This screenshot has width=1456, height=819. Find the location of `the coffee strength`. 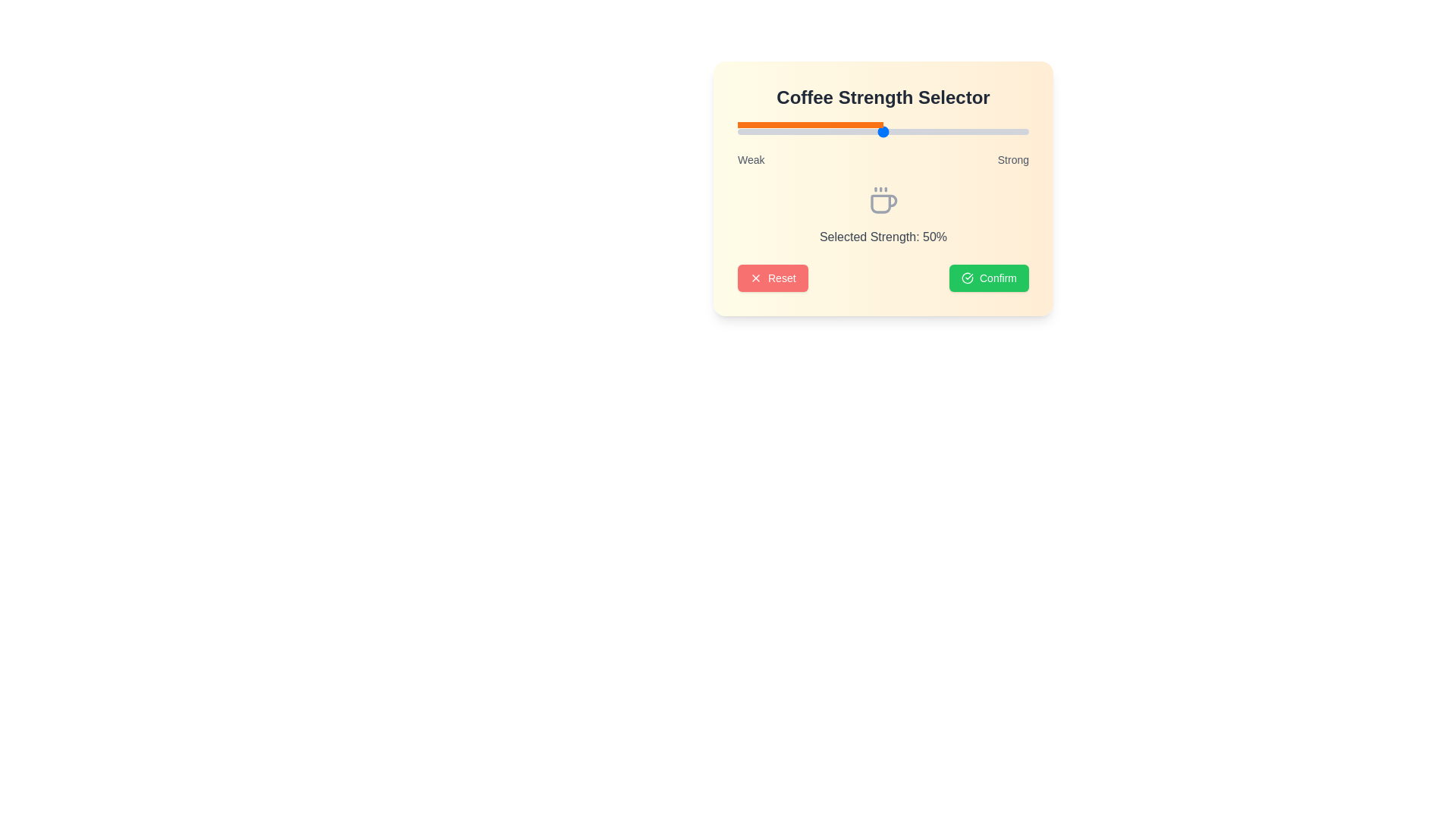

the coffee strength is located at coordinates (847, 130).